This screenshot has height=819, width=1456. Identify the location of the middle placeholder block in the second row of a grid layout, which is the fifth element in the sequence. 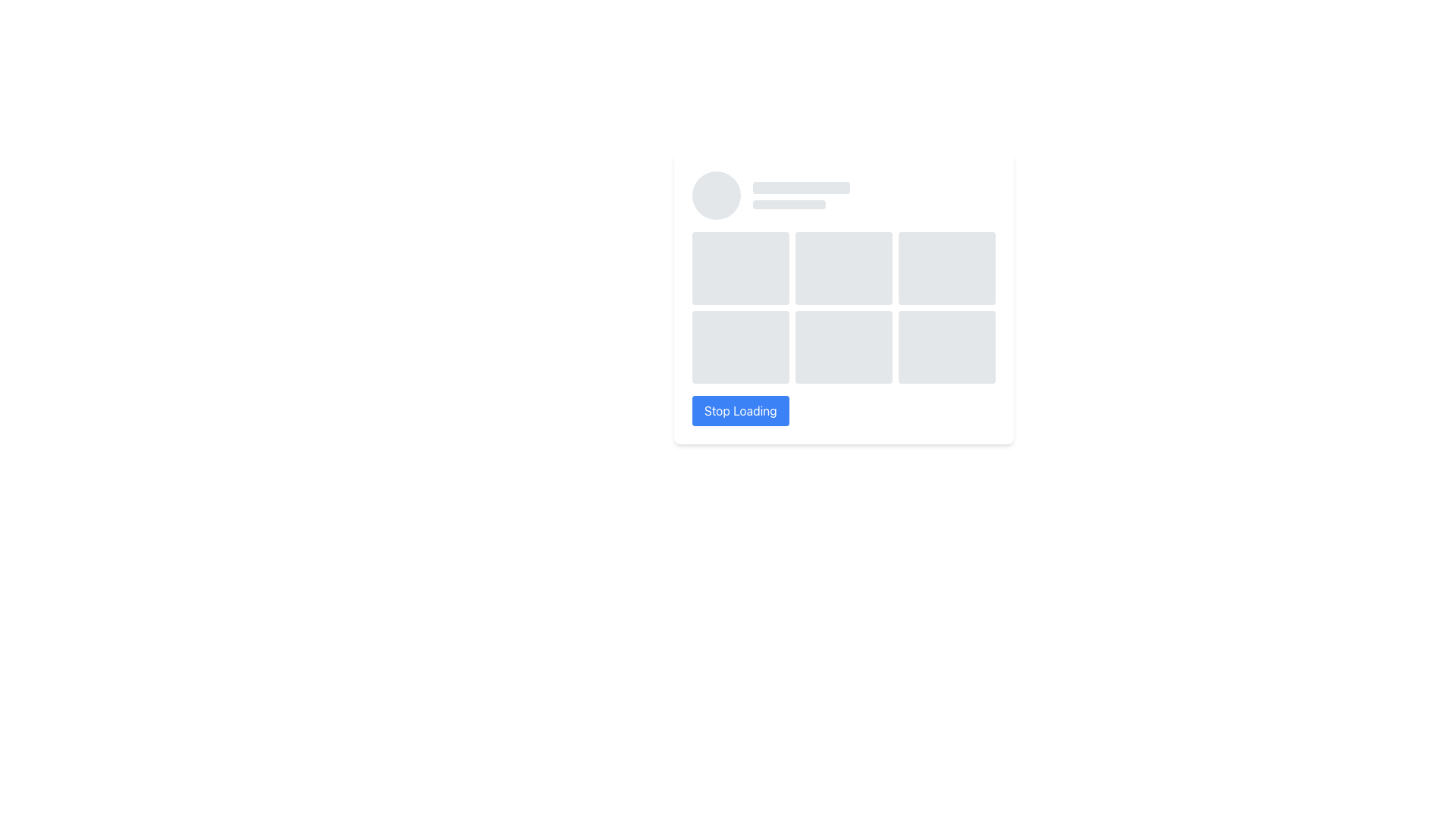
(843, 347).